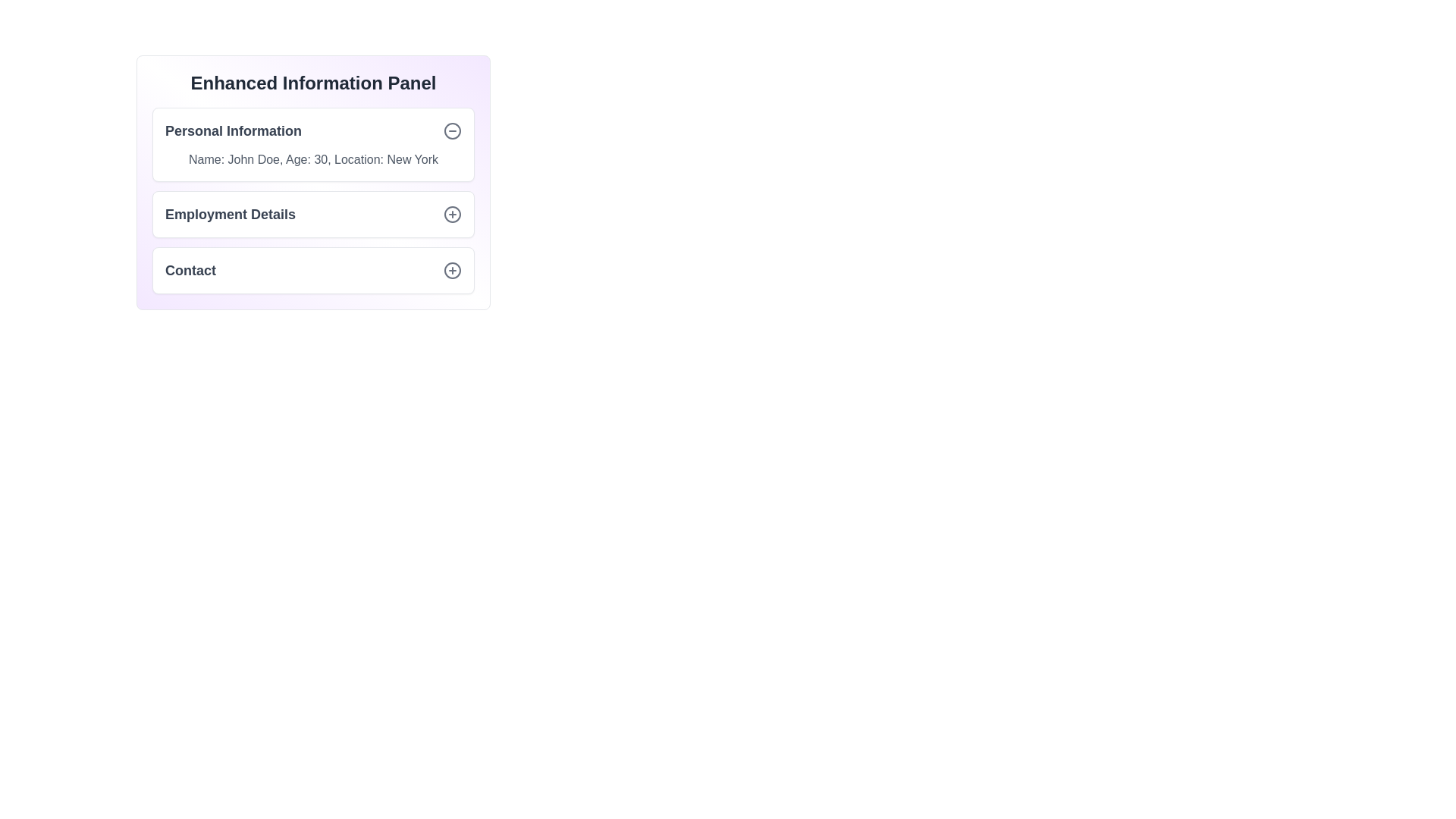  I want to click on the Icon button located to the far right of the 'Personal Information' header in the 'Enhanced Information Panel', so click(451, 130).